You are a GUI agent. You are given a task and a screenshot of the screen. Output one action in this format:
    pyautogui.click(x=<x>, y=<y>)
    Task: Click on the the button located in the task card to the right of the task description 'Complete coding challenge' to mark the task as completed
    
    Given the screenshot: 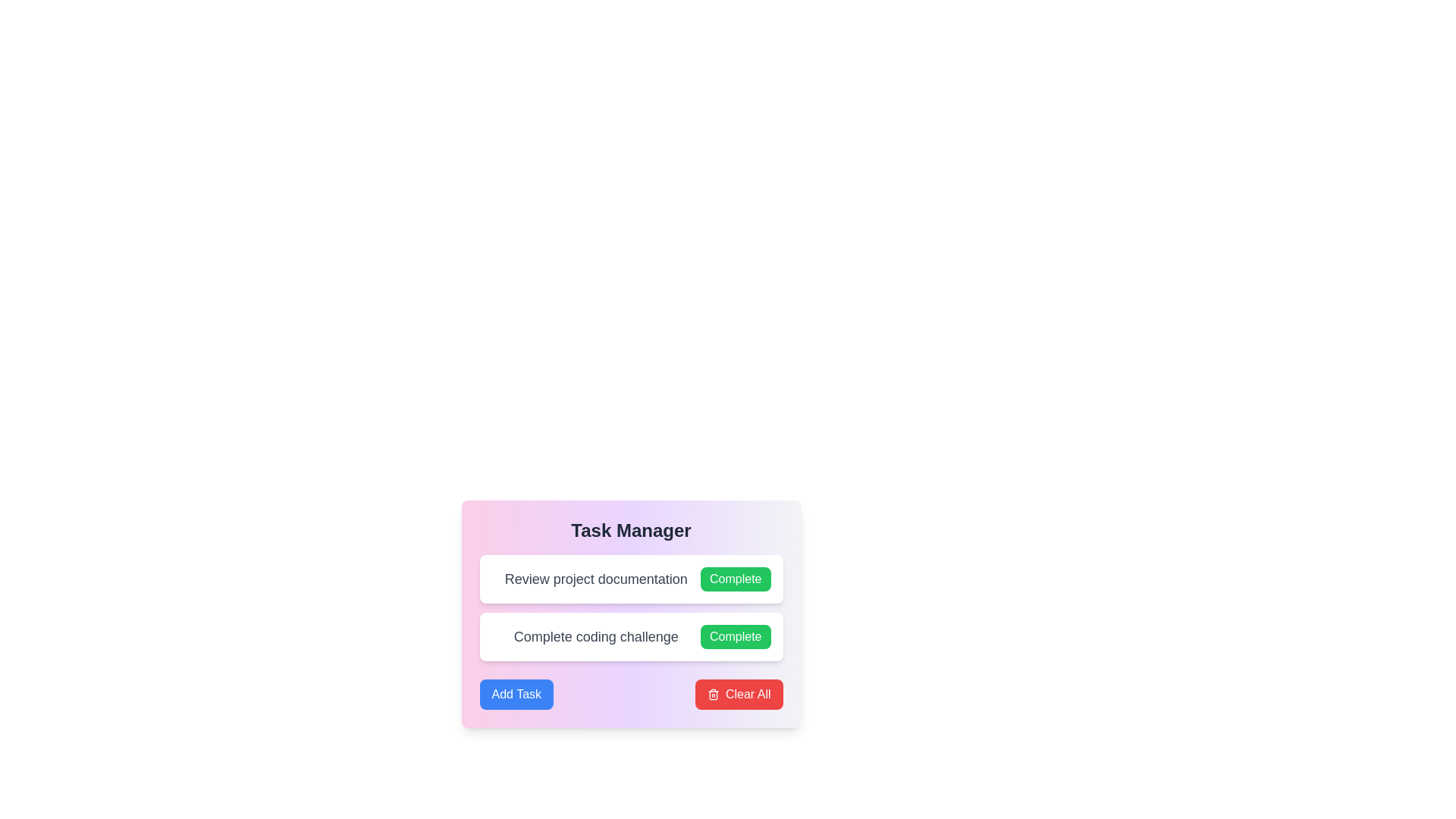 What is the action you would take?
    pyautogui.click(x=735, y=637)
    